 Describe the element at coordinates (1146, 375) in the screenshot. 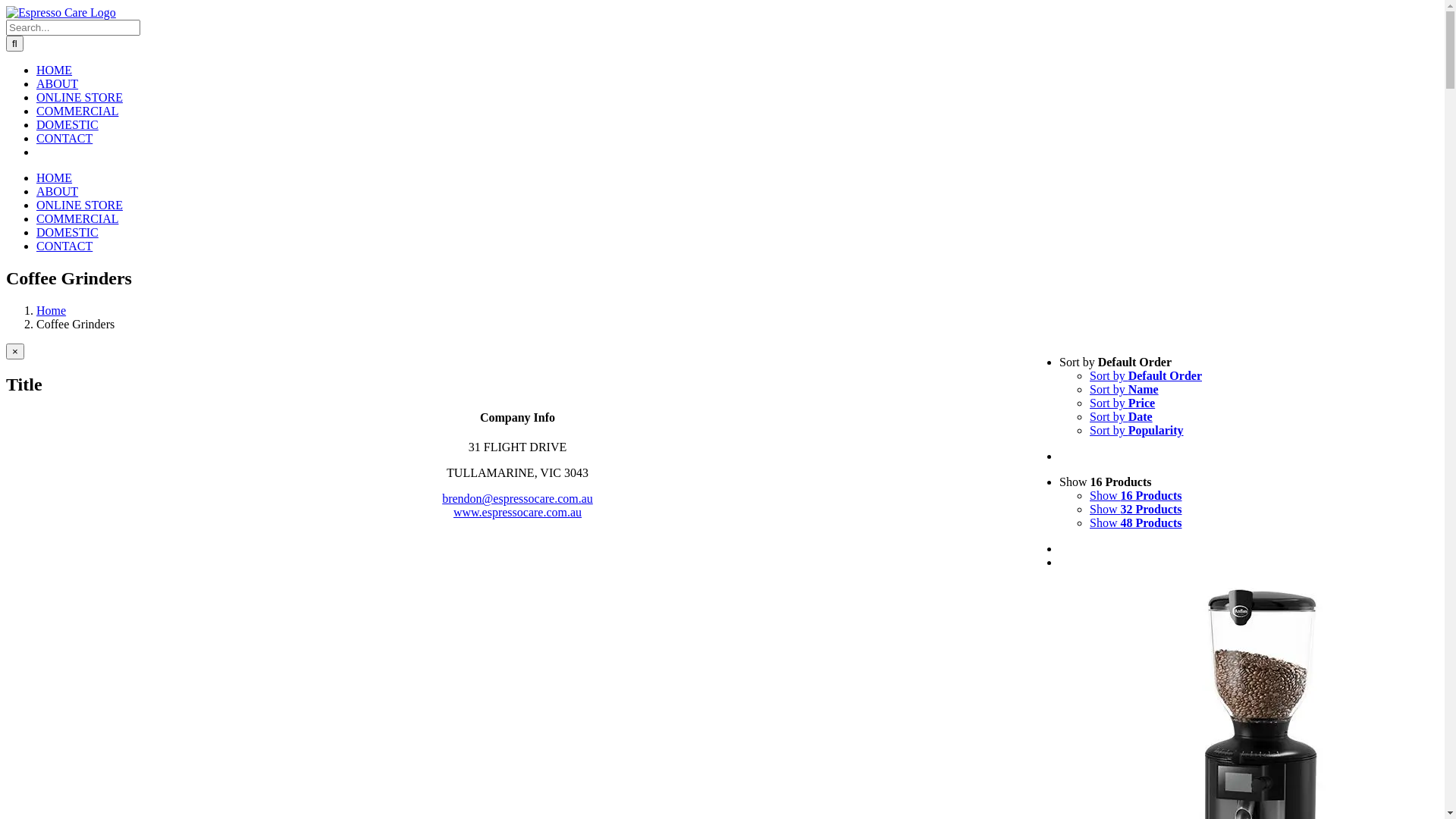

I see `'Sort by Default Order'` at that location.